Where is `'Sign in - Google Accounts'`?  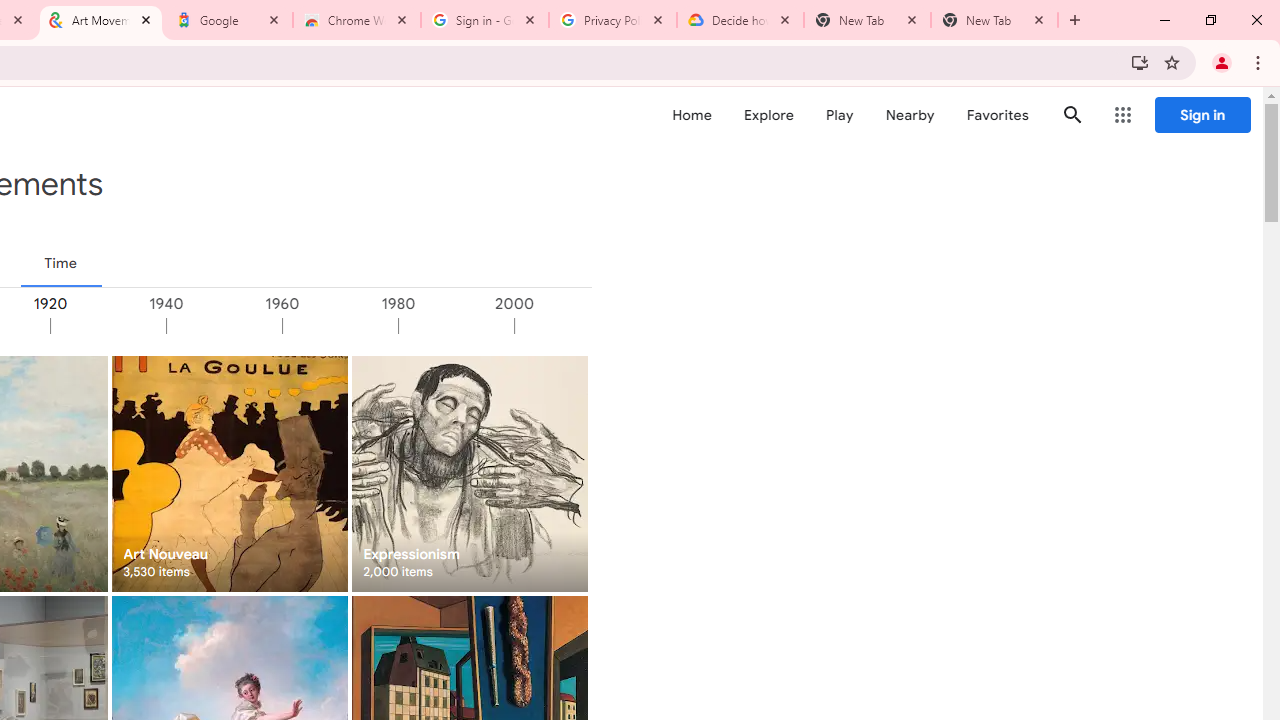
'Sign in - Google Accounts' is located at coordinates (485, 20).